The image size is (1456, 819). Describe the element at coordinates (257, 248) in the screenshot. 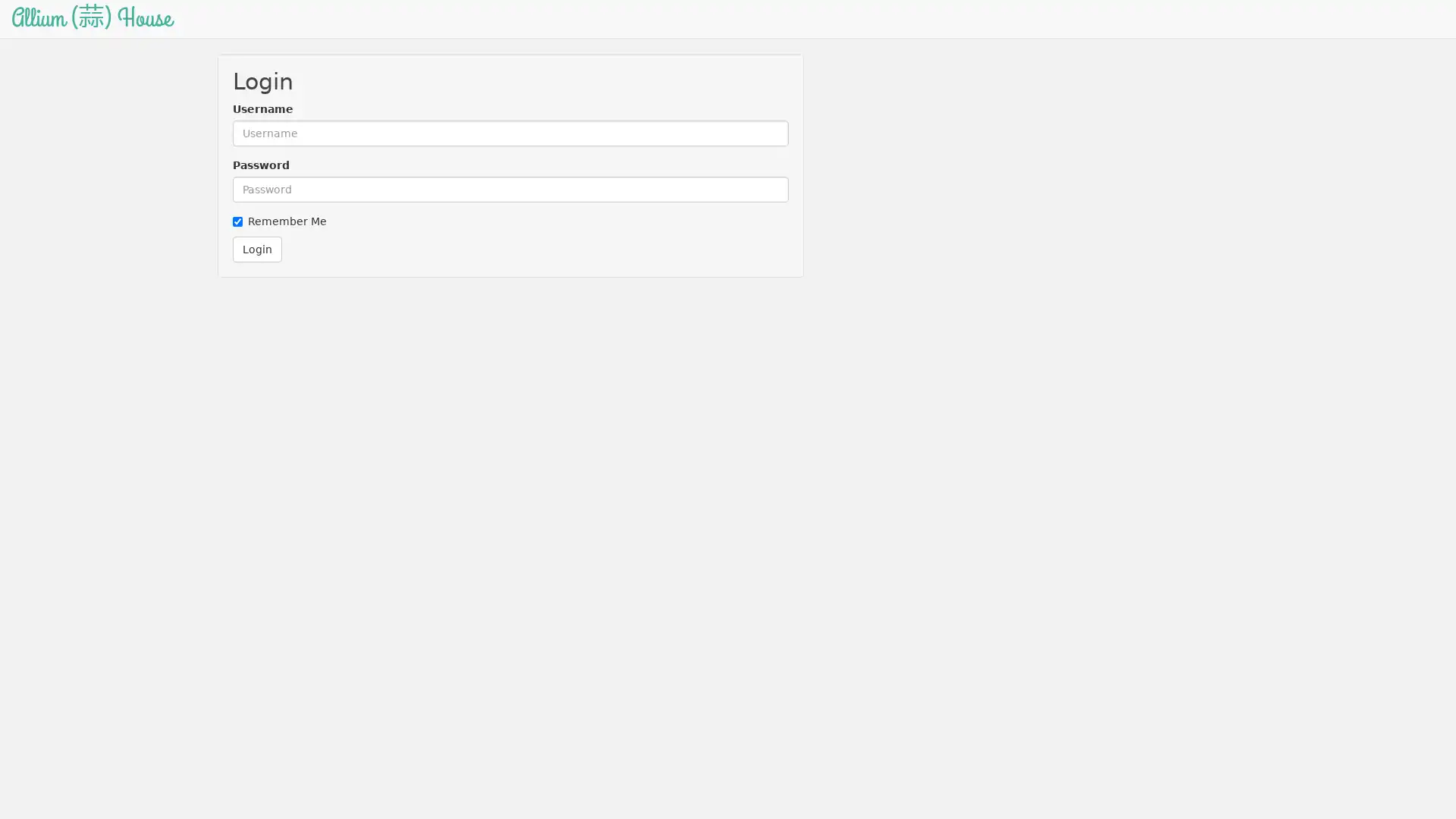

I see `Login` at that location.